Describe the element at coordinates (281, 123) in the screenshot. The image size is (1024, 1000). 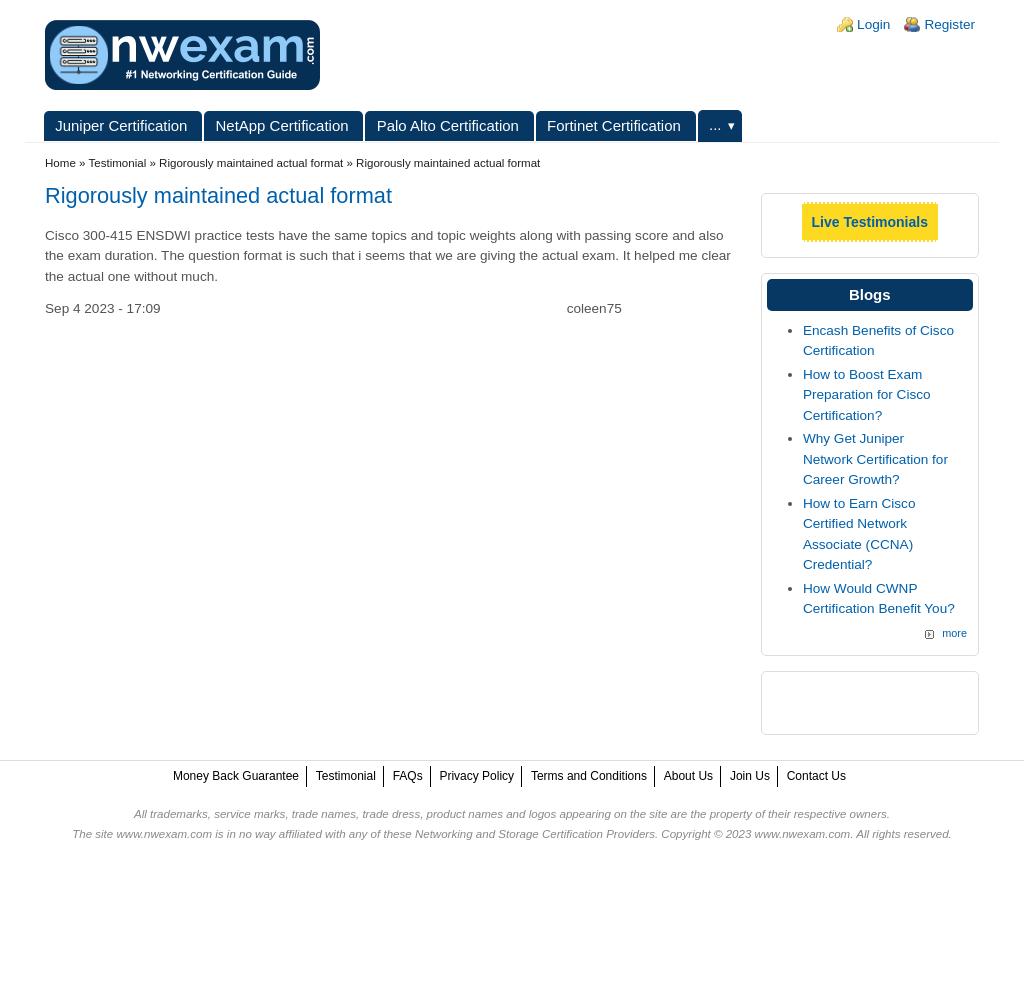
I see `'NetApp Certification'` at that location.